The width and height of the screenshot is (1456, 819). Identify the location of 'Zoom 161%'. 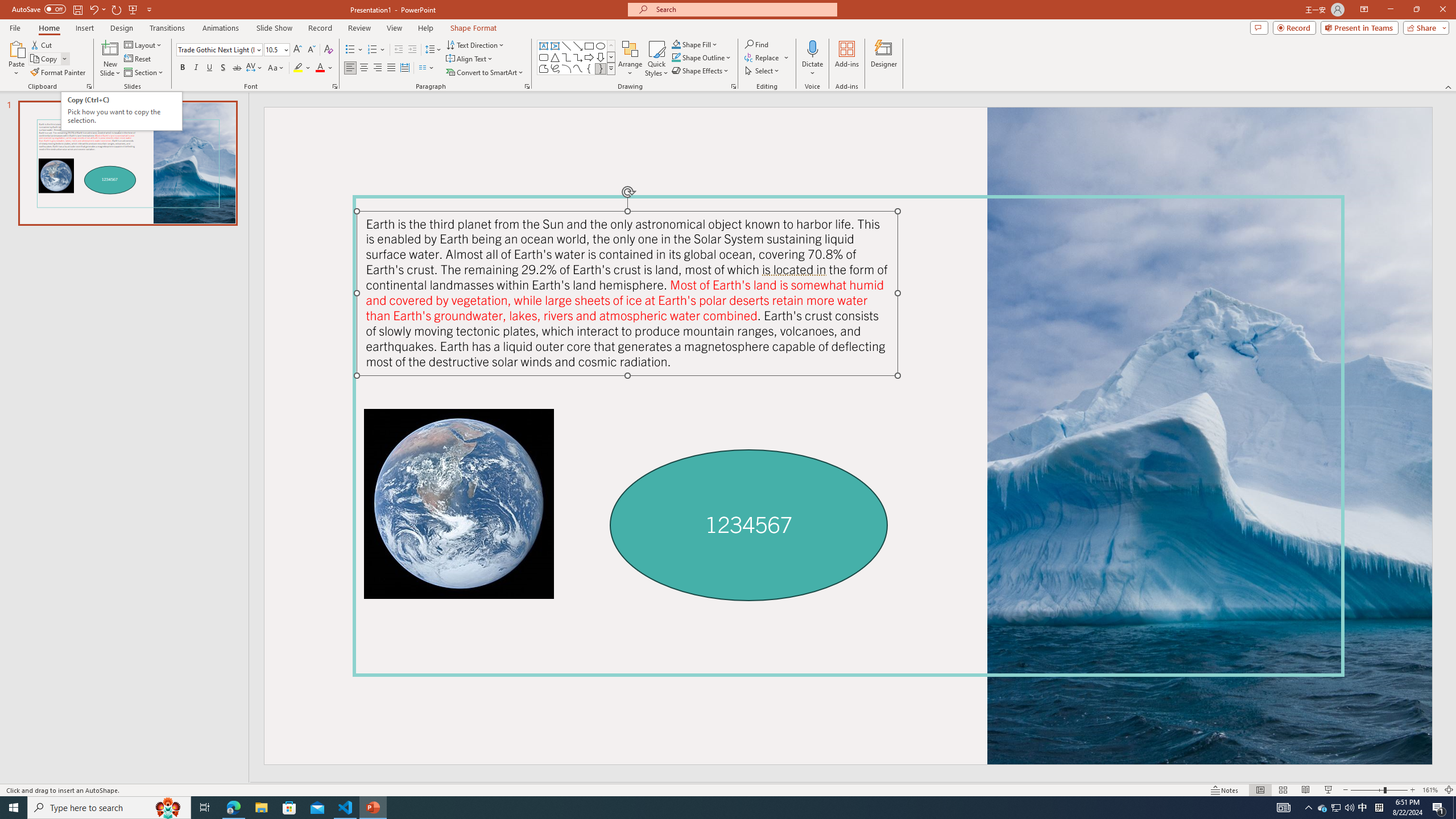
(1430, 790).